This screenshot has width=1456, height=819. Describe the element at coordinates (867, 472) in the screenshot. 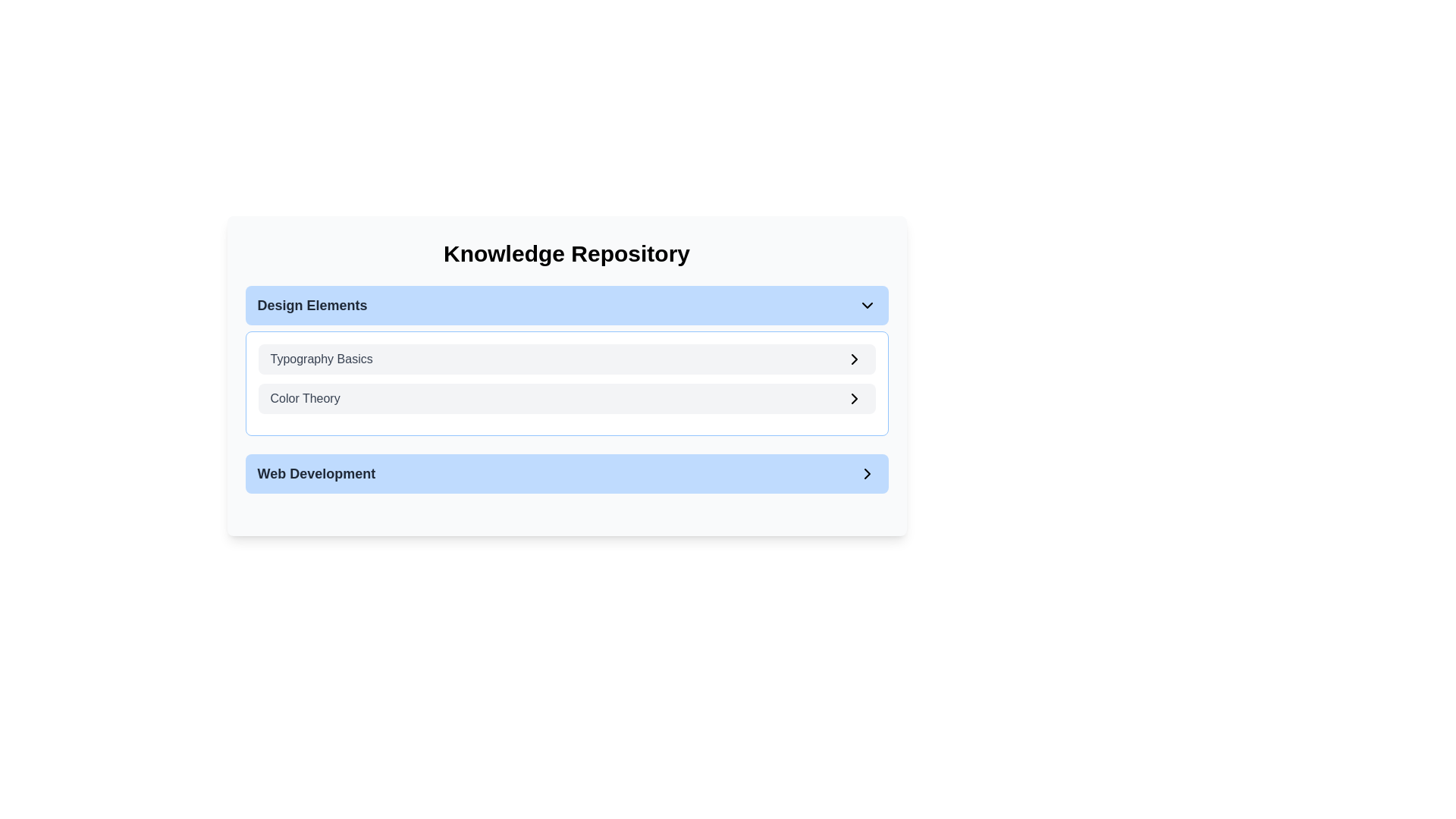

I see `the chevron icon located at the bottom of the 'Web Development' button to potentially reveal a tooltip` at that location.